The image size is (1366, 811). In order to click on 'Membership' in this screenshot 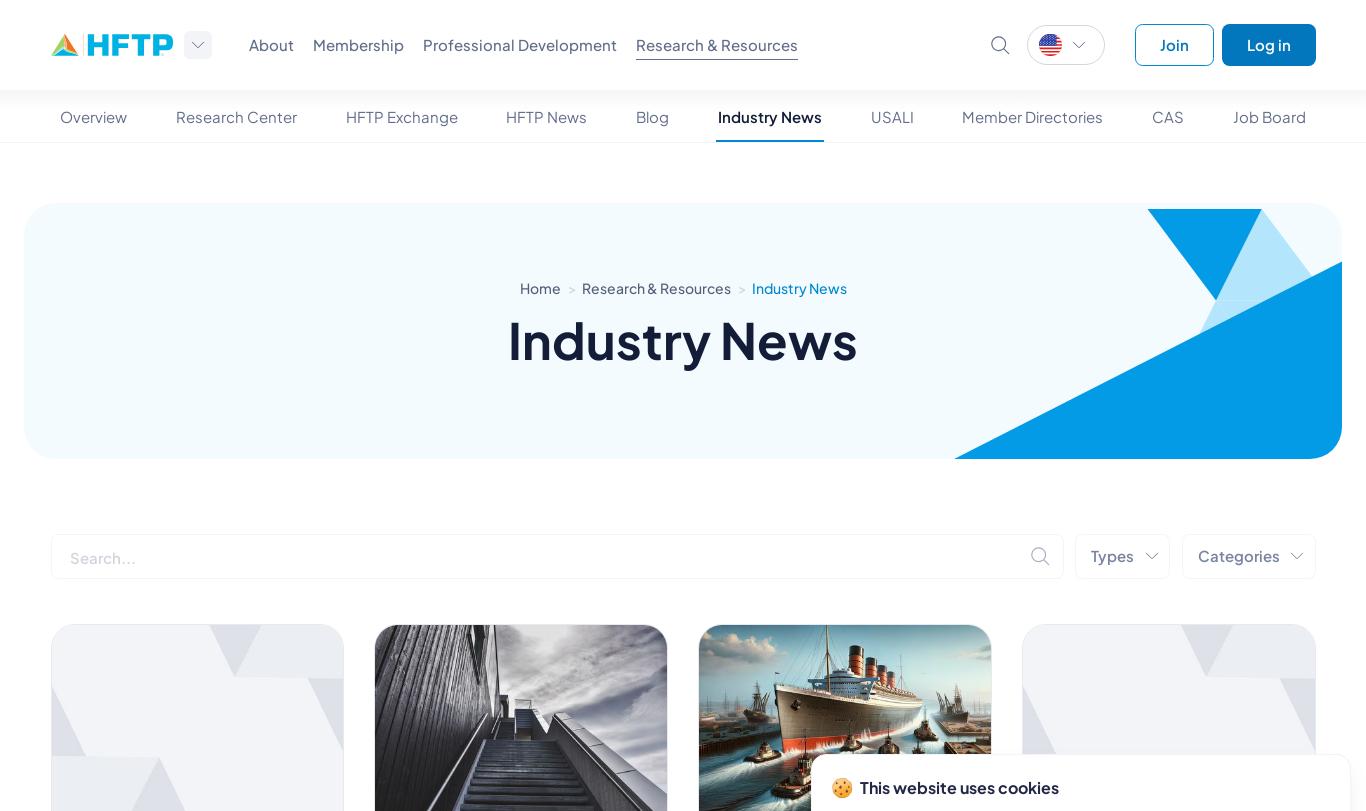, I will do `click(357, 44)`.